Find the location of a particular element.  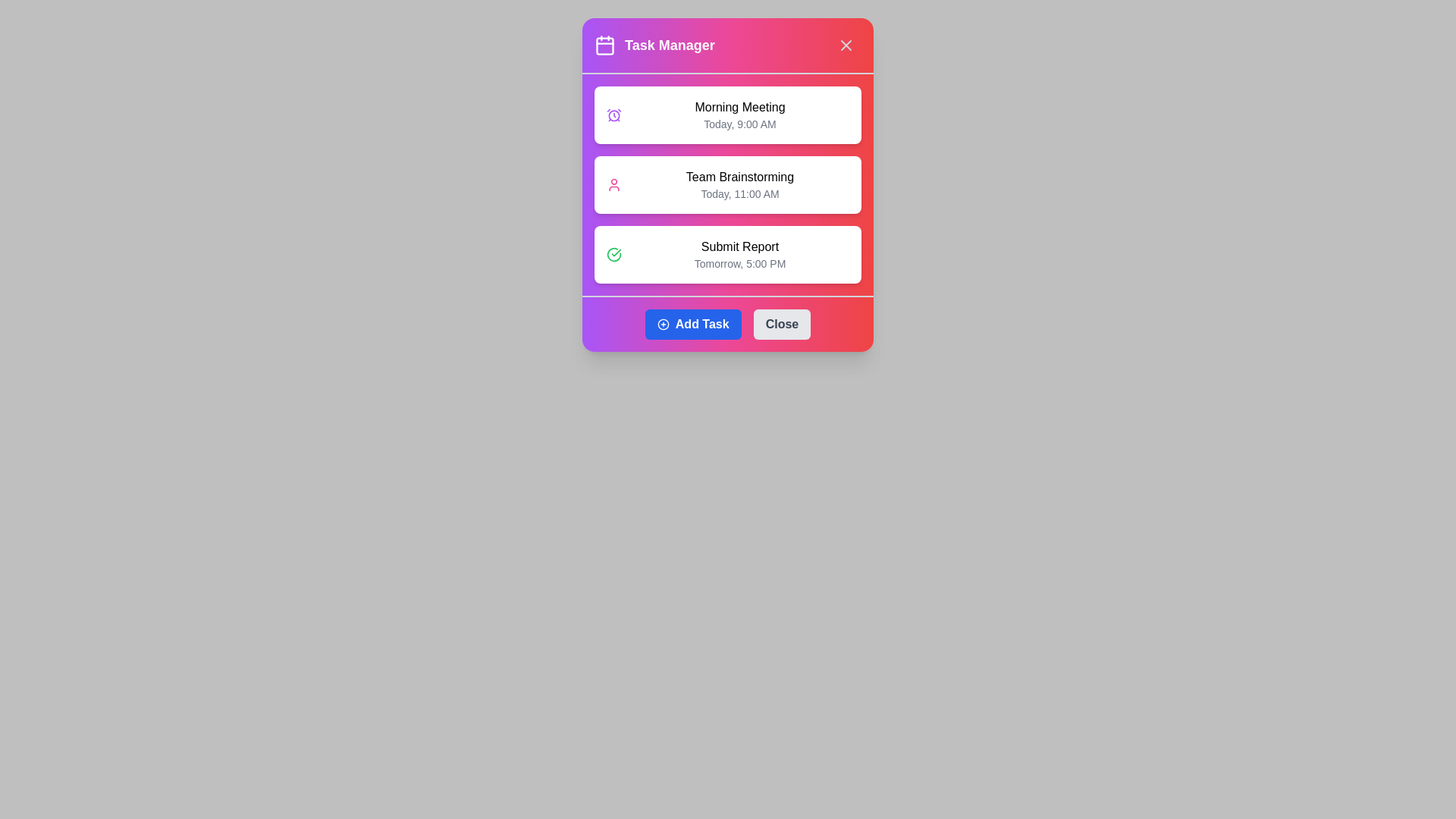

the 'Submit Report' label, which is displayed in bold font within the white card interface of the Task Manager modal is located at coordinates (739, 246).